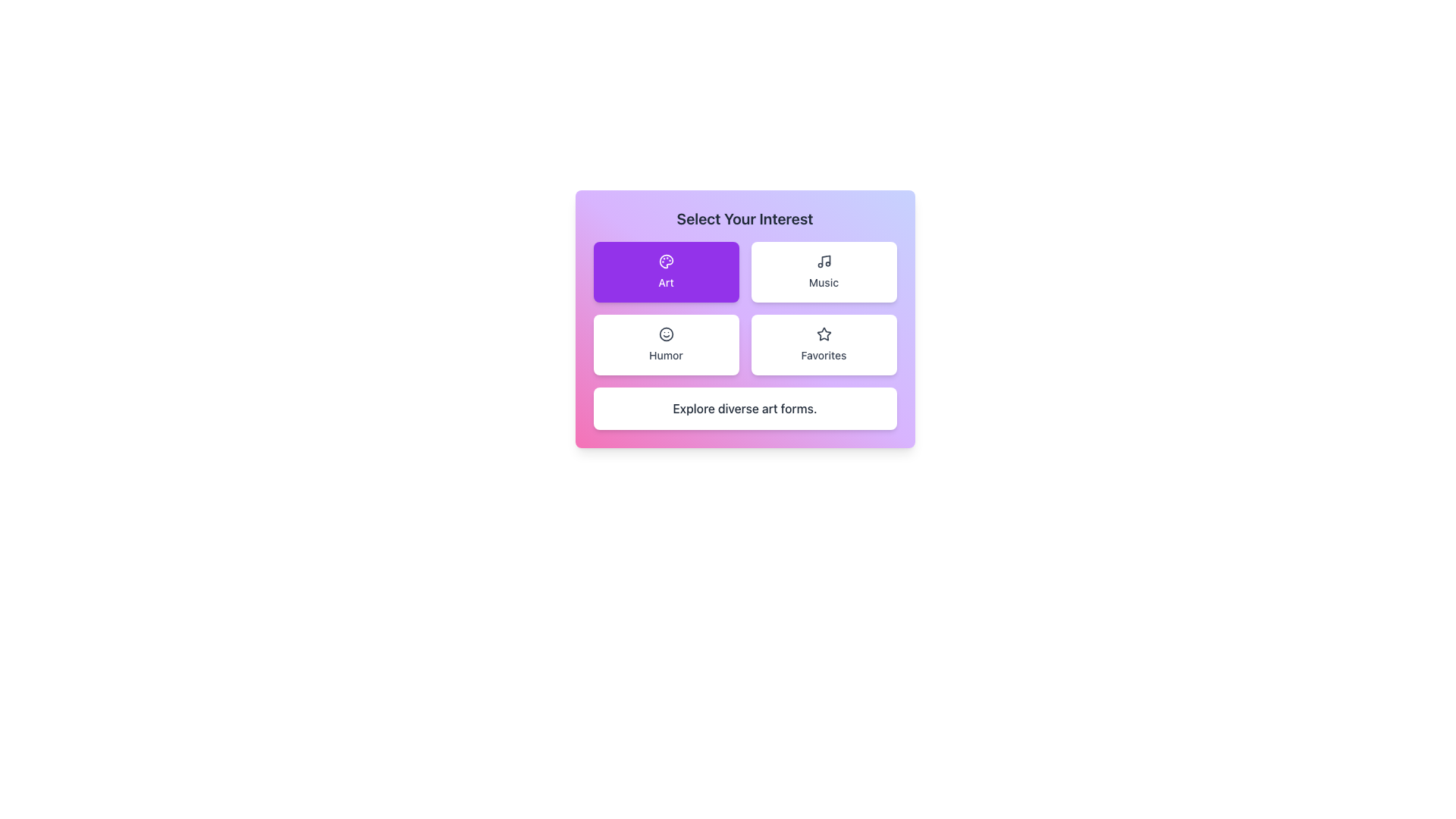 The width and height of the screenshot is (1456, 819). What do you see at coordinates (823, 260) in the screenshot?
I see `the 'Music' category icon located in the interest selection menu, which is visually represented to aid in quick identification of this category` at bounding box center [823, 260].